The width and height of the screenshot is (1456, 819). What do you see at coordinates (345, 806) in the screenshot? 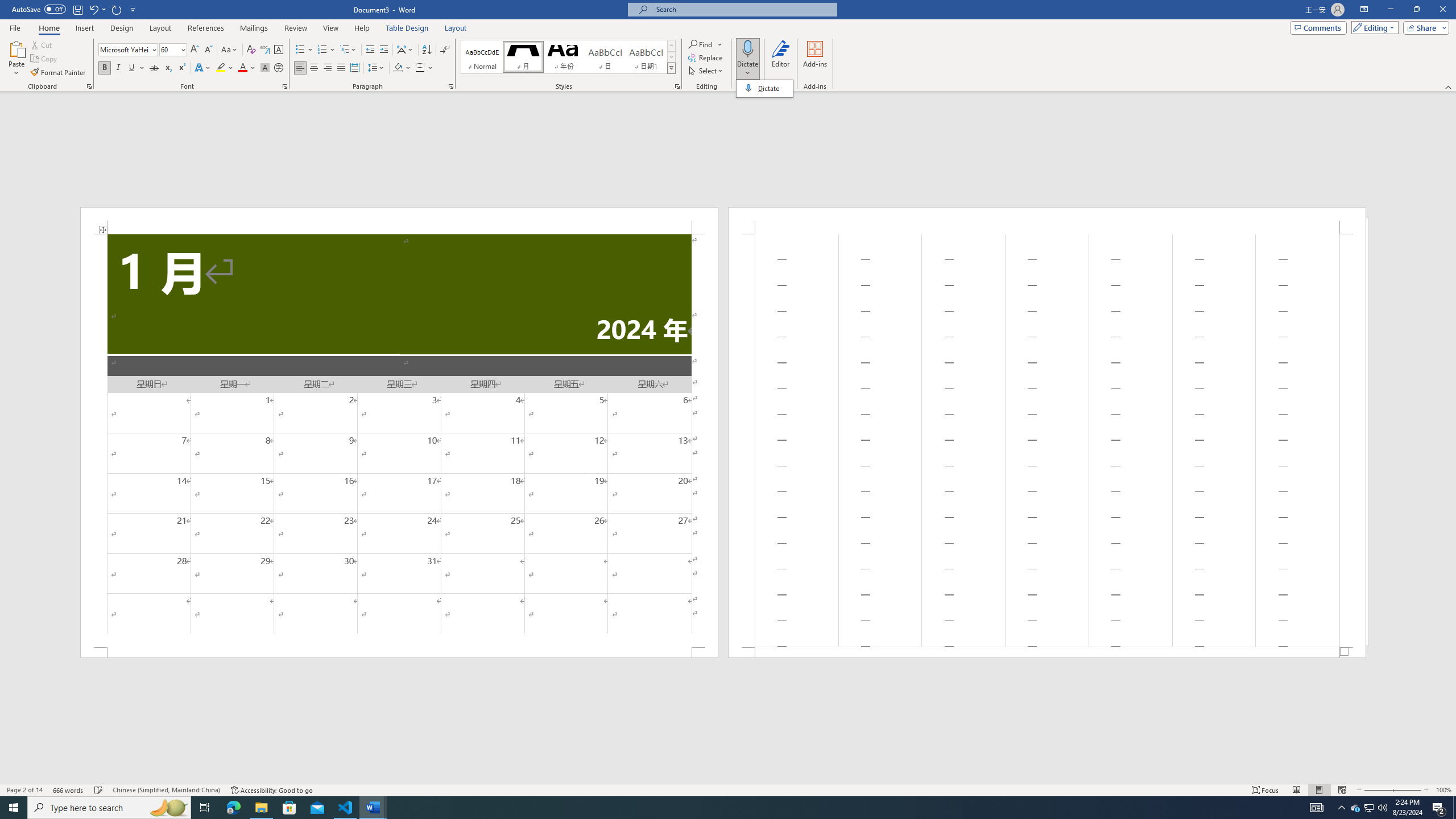
I see `'Visual Studio Code - 1 running window'` at bounding box center [345, 806].